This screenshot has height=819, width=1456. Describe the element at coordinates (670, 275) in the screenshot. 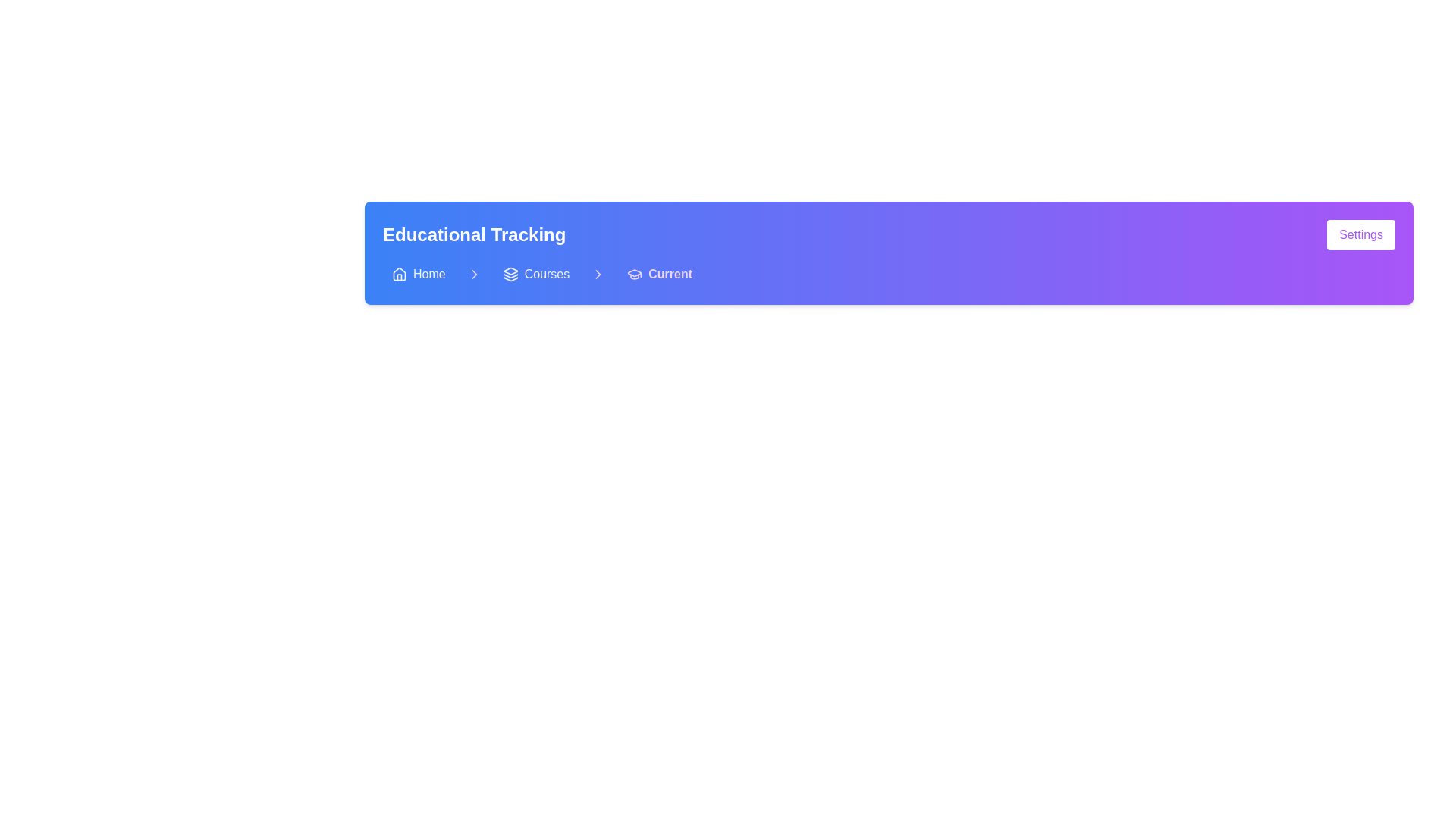

I see `the static text label indicating the current page in the breadcrumb navigation, located at the rightmost end, aligned with the text 'Courses'` at that location.